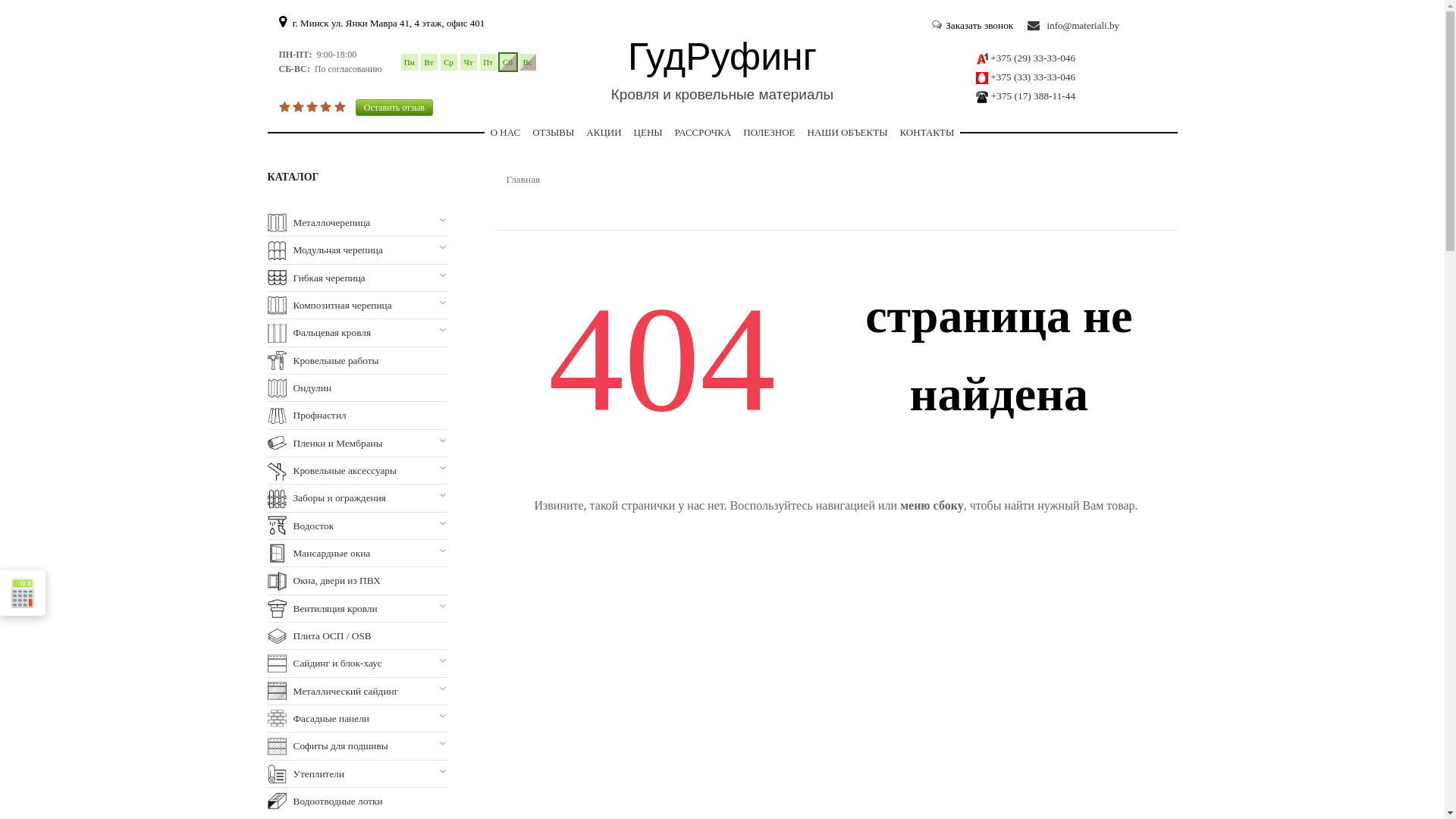 This screenshot has height=819, width=1456. Describe the element at coordinates (1032, 57) in the screenshot. I see `'+375 (29) 33-33-046'` at that location.